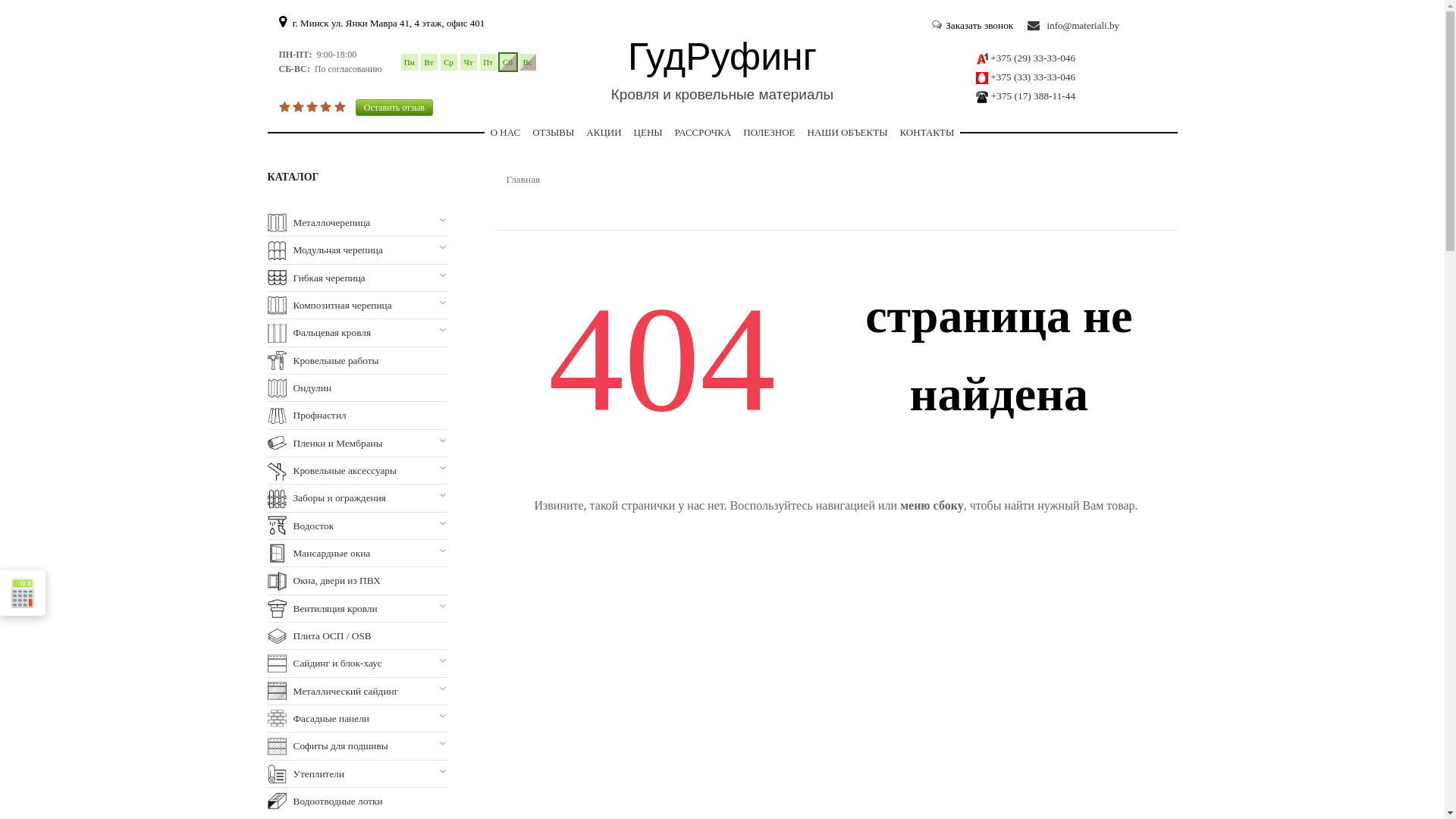 This screenshot has height=819, width=1456. Describe the element at coordinates (1032, 57) in the screenshot. I see `'+375 (29) 33-33-046'` at that location.